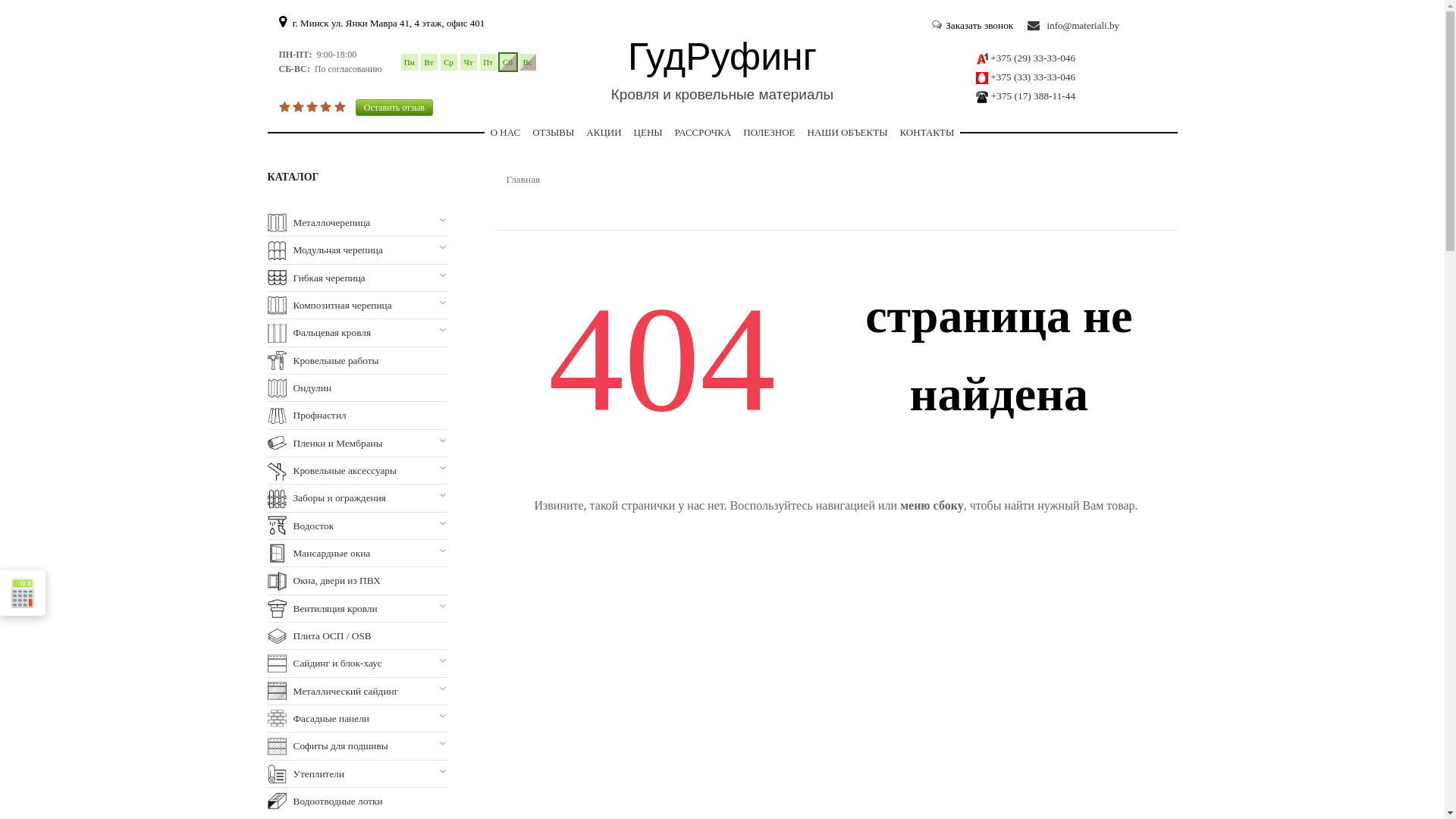 This screenshot has height=819, width=1456. Describe the element at coordinates (1032, 57) in the screenshot. I see `'+375 (29) 33-33-046'` at that location.